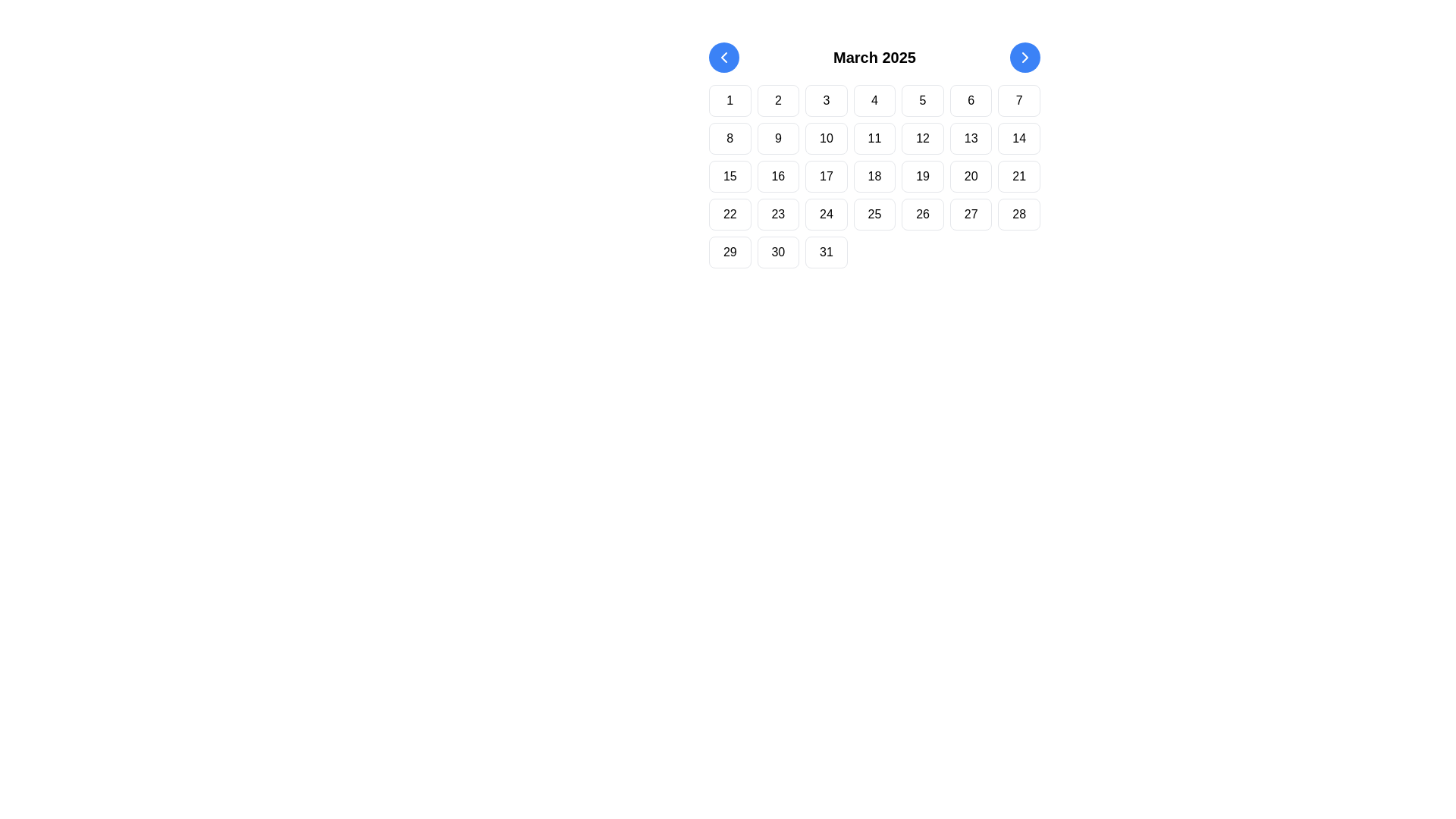  What do you see at coordinates (874, 57) in the screenshot?
I see `the non-interactive text label displaying the current month and year in the calendar view, located at the center of the interface` at bounding box center [874, 57].